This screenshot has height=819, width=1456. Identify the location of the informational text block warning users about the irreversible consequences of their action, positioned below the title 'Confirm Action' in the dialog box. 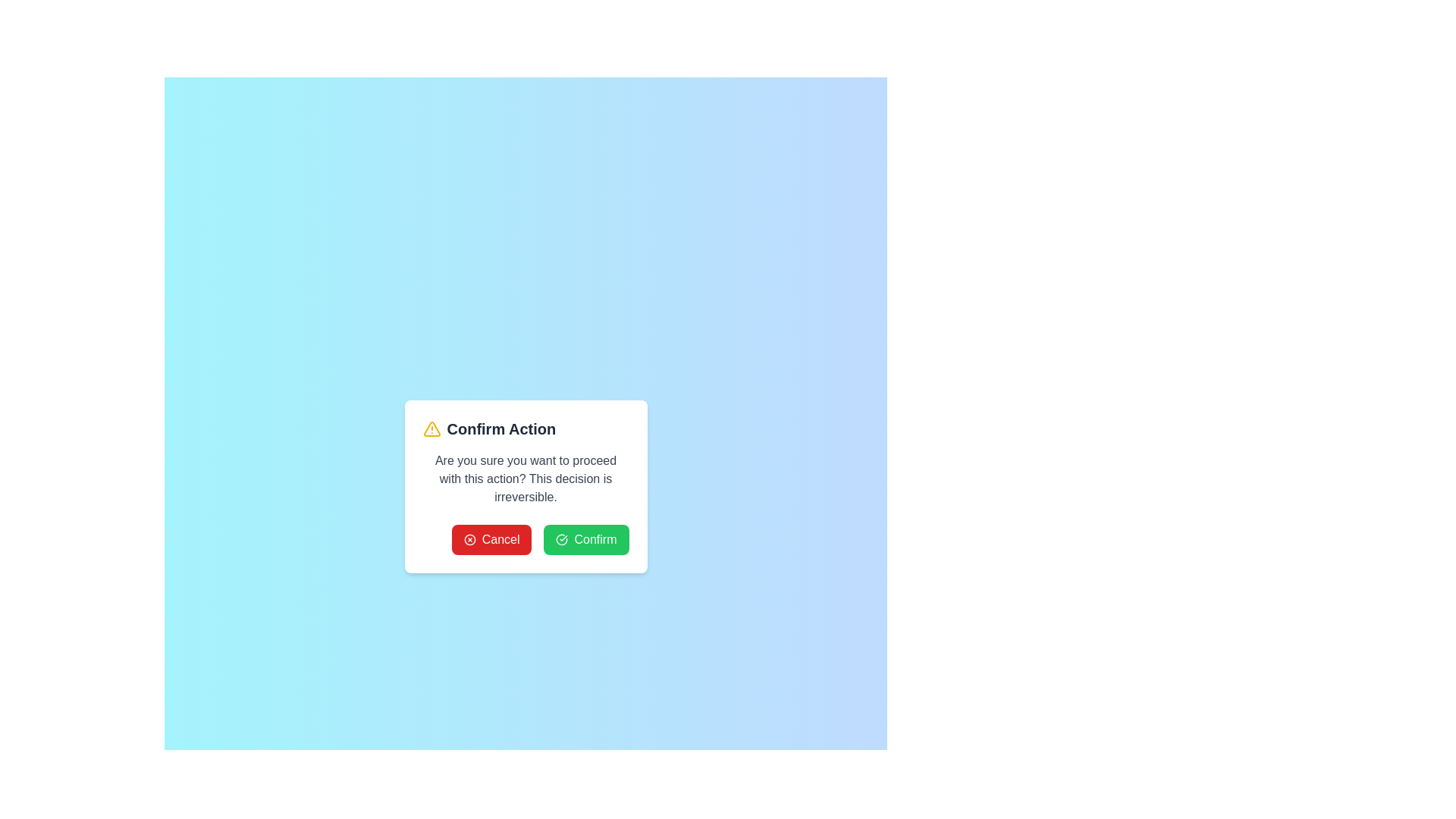
(526, 479).